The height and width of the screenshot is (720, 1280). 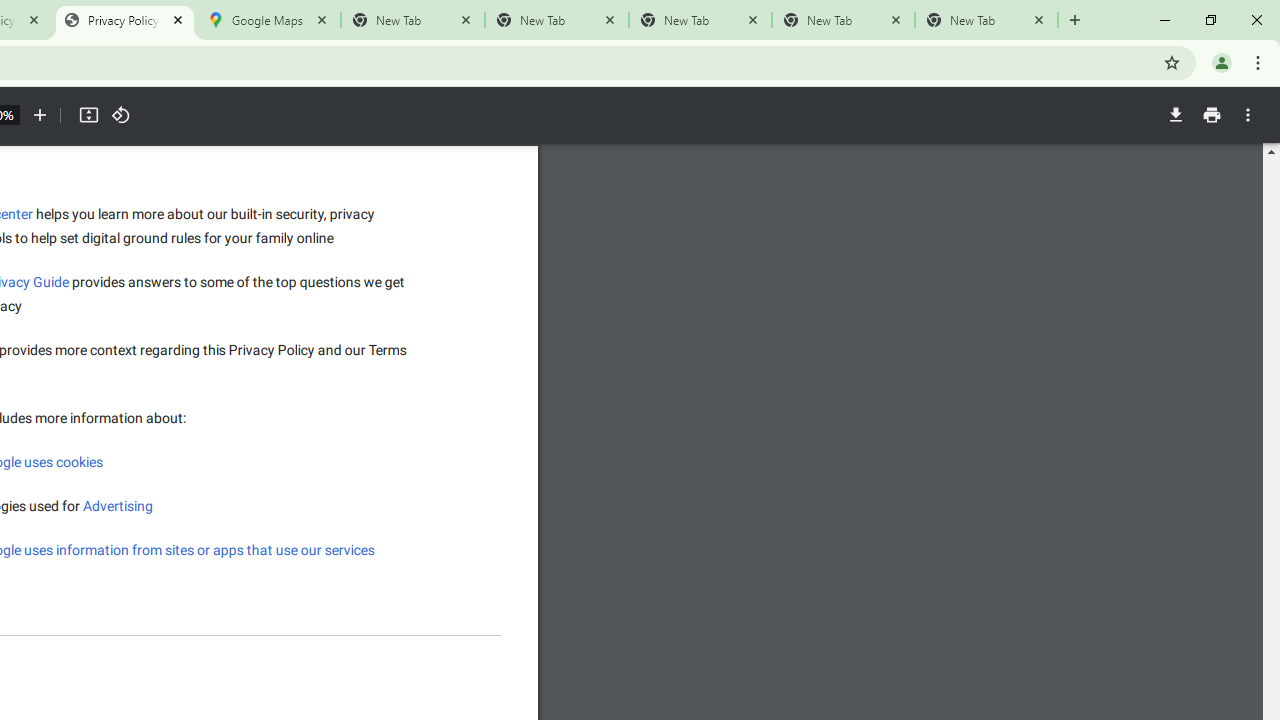 I want to click on 'More actions', so click(x=1247, y=115).